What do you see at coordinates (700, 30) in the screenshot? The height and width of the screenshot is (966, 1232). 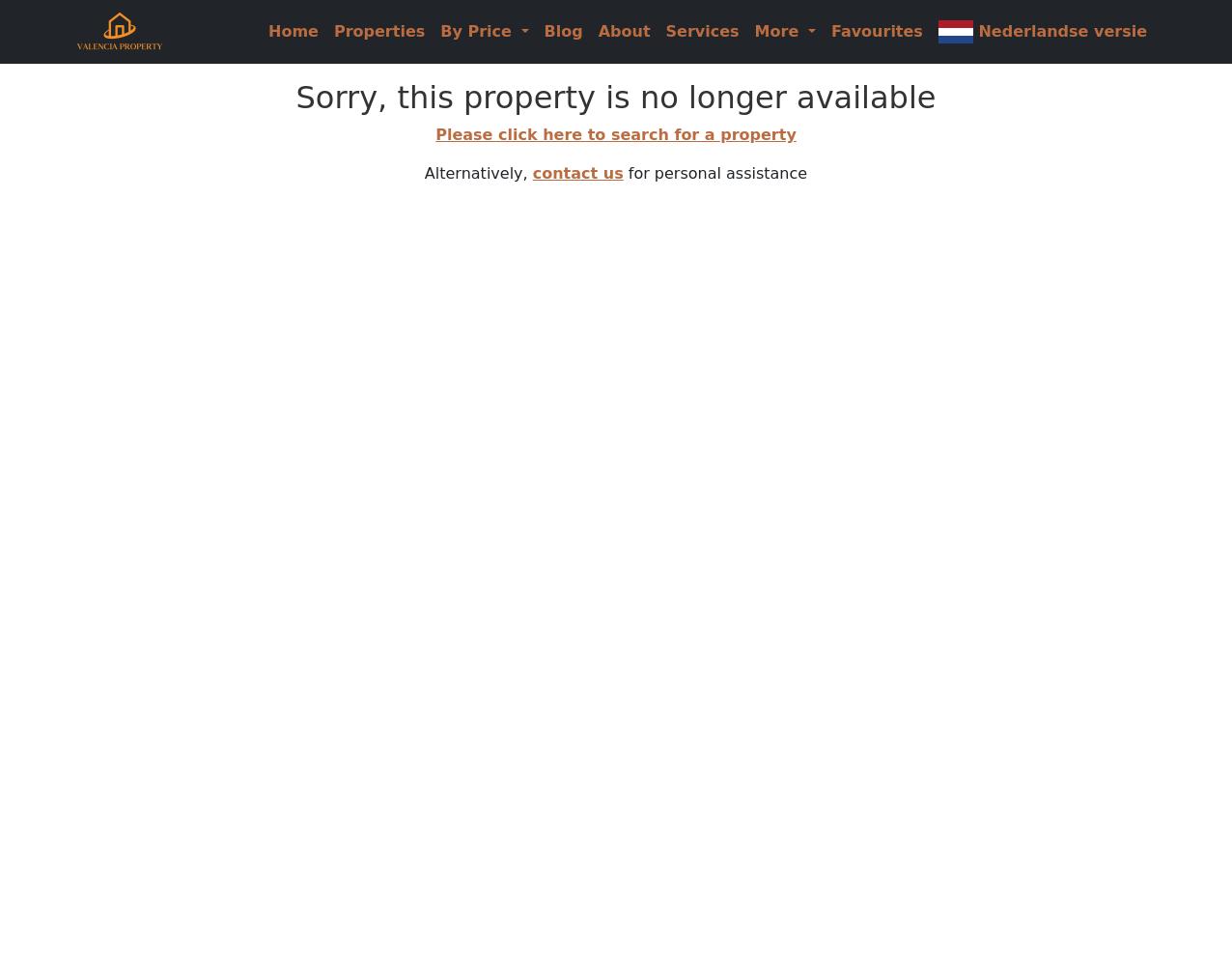 I see `'Services'` at bounding box center [700, 30].